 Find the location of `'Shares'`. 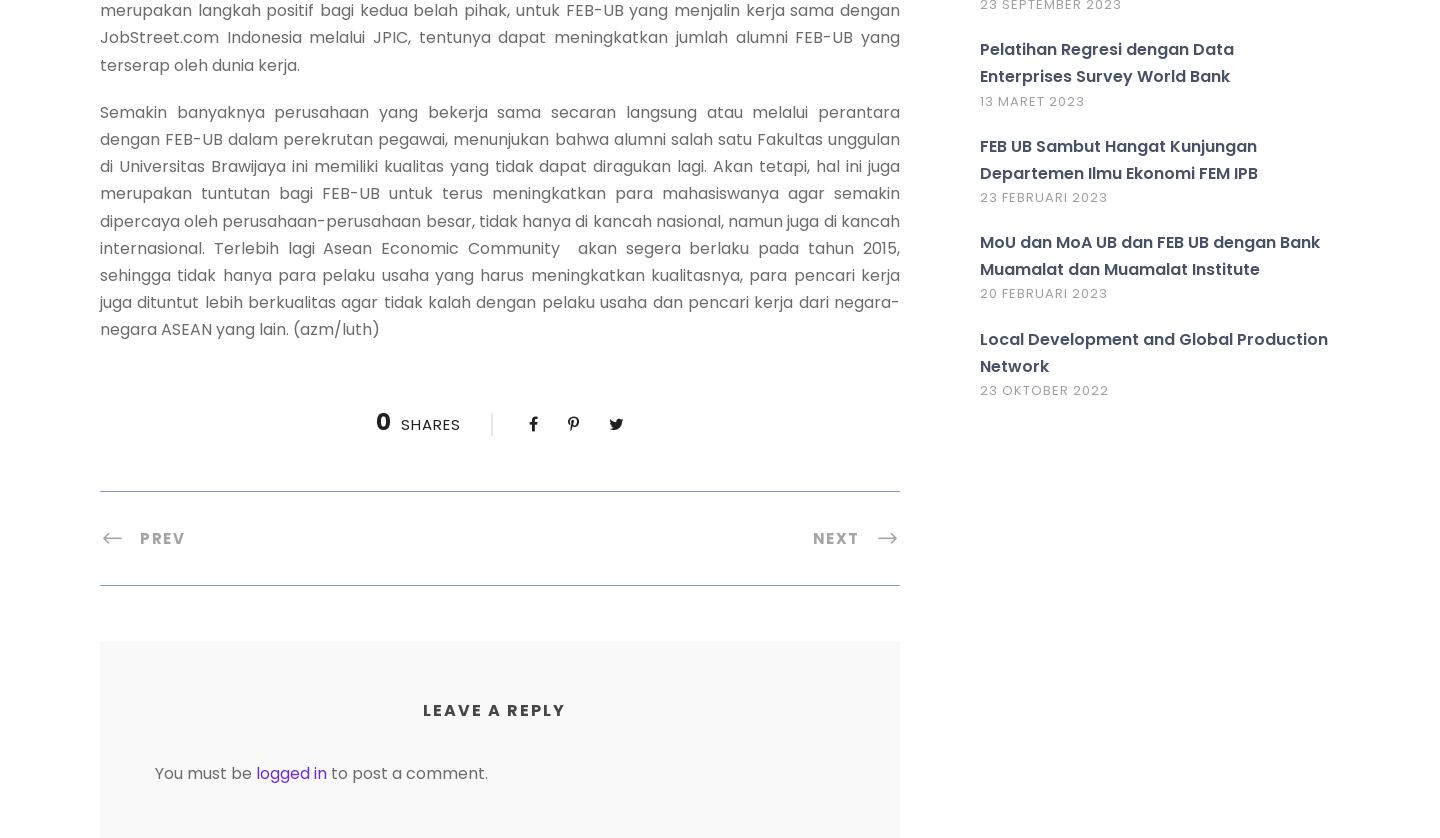

'Shares' is located at coordinates (429, 424).